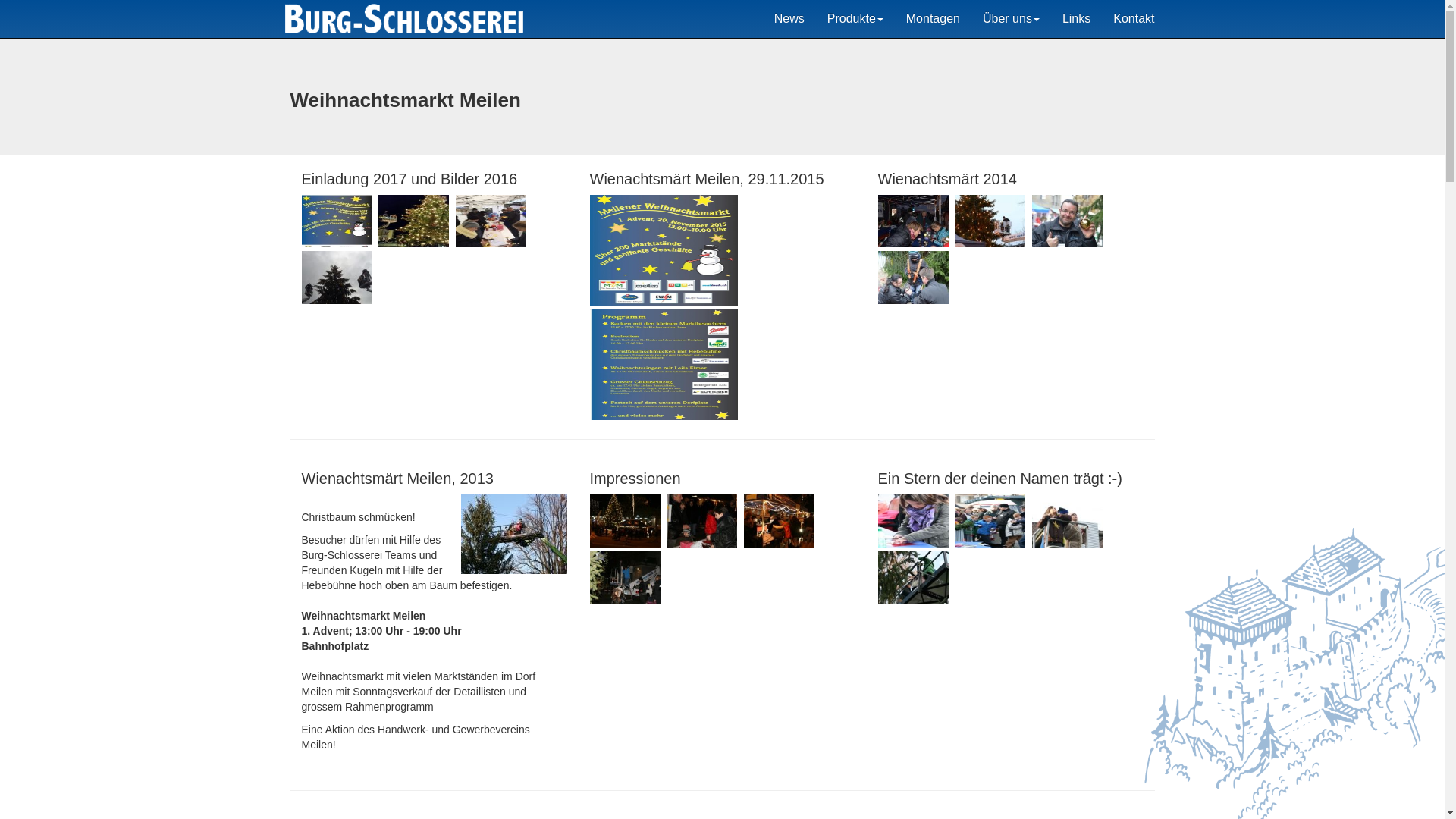  What do you see at coordinates (1133, 18) in the screenshot?
I see `'Kontakt'` at bounding box center [1133, 18].